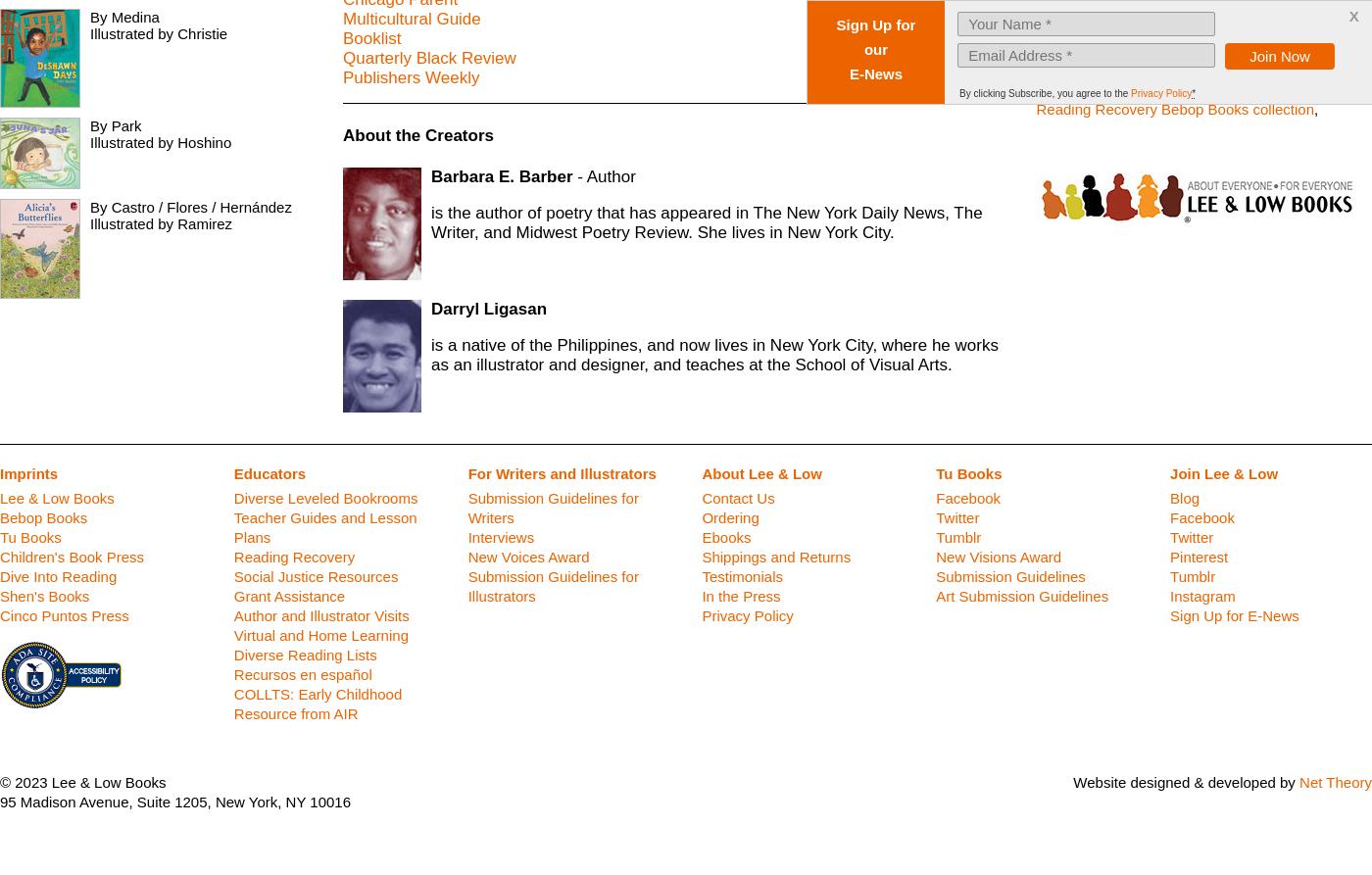 This screenshot has height=875, width=1372. I want to click on 'Submission Guidelines for Illustrators', so click(553, 586).